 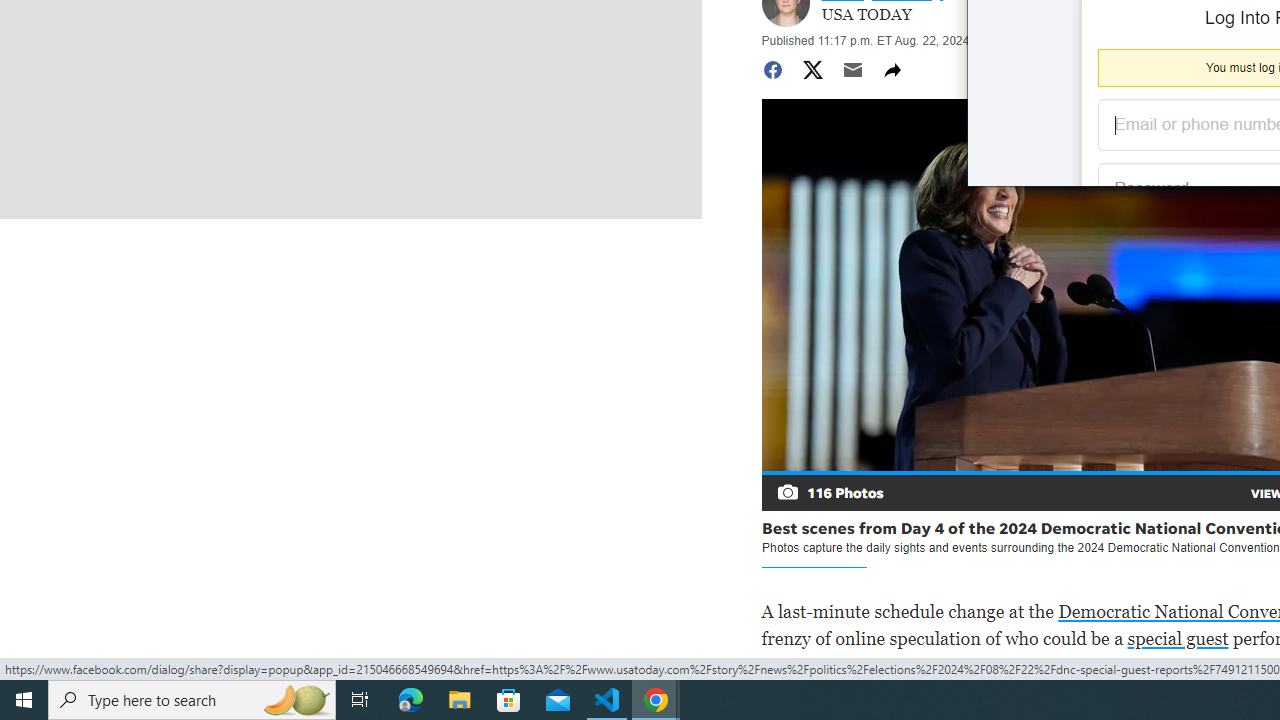 What do you see at coordinates (891, 68) in the screenshot?
I see `'Share natively'` at bounding box center [891, 68].